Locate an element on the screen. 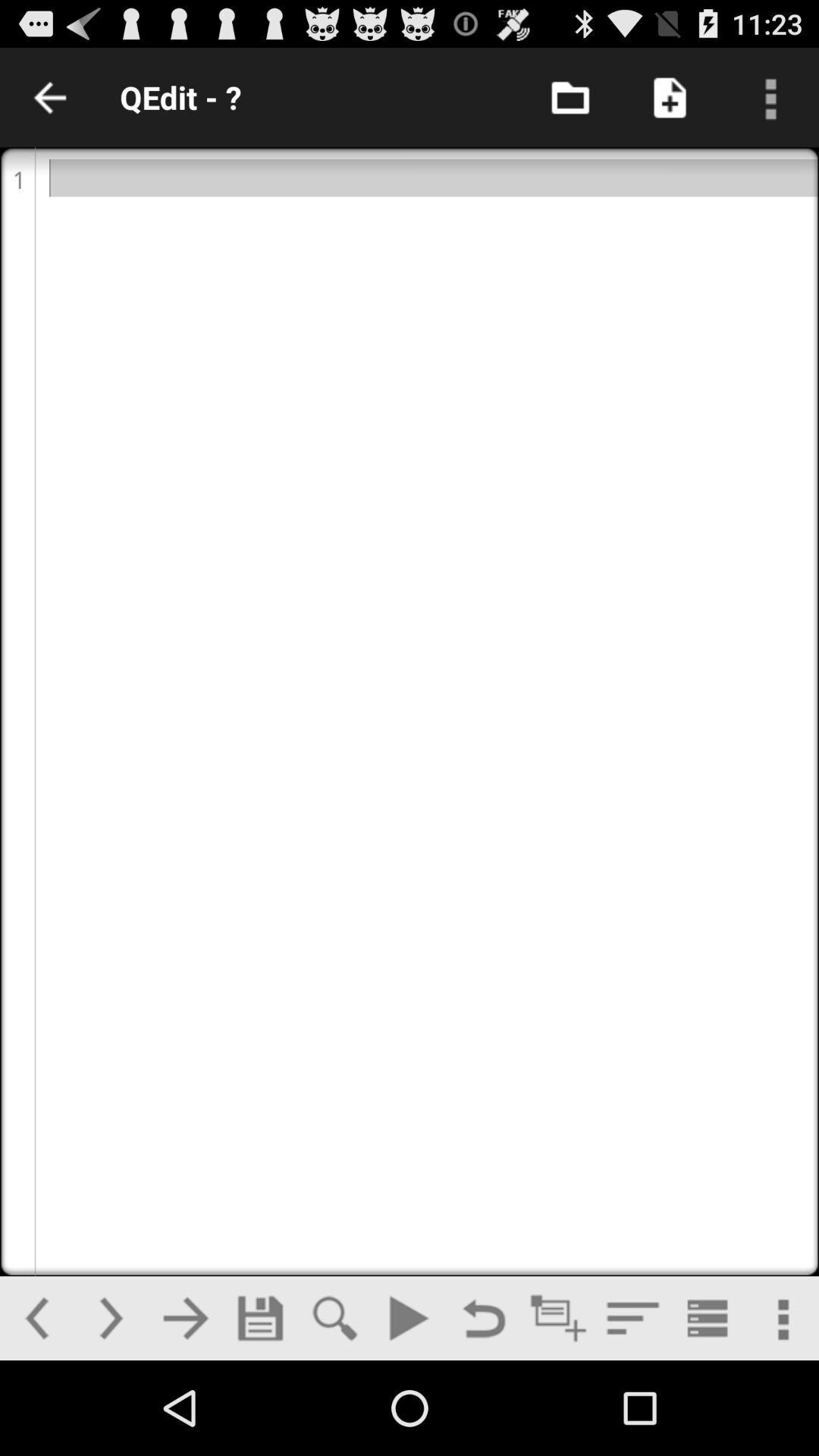 Image resolution: width=819 pixels, height=1456 pixels. menu option is located at coordinates (632, 1317).